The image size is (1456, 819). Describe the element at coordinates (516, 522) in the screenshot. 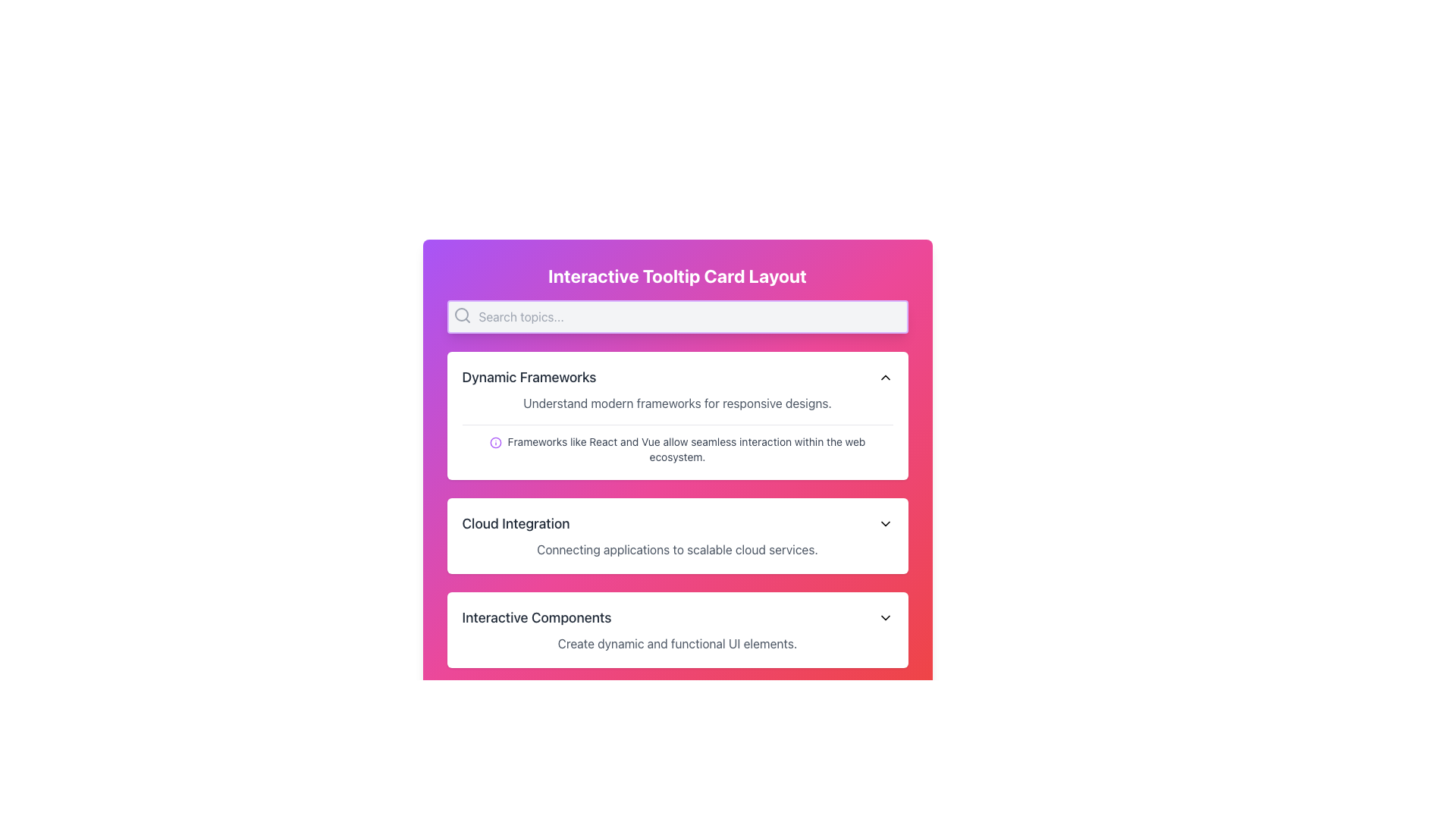

I see `the text label displaying the title 'Cloud Integration', which is positioned in the middle section of the card layout` at that location.